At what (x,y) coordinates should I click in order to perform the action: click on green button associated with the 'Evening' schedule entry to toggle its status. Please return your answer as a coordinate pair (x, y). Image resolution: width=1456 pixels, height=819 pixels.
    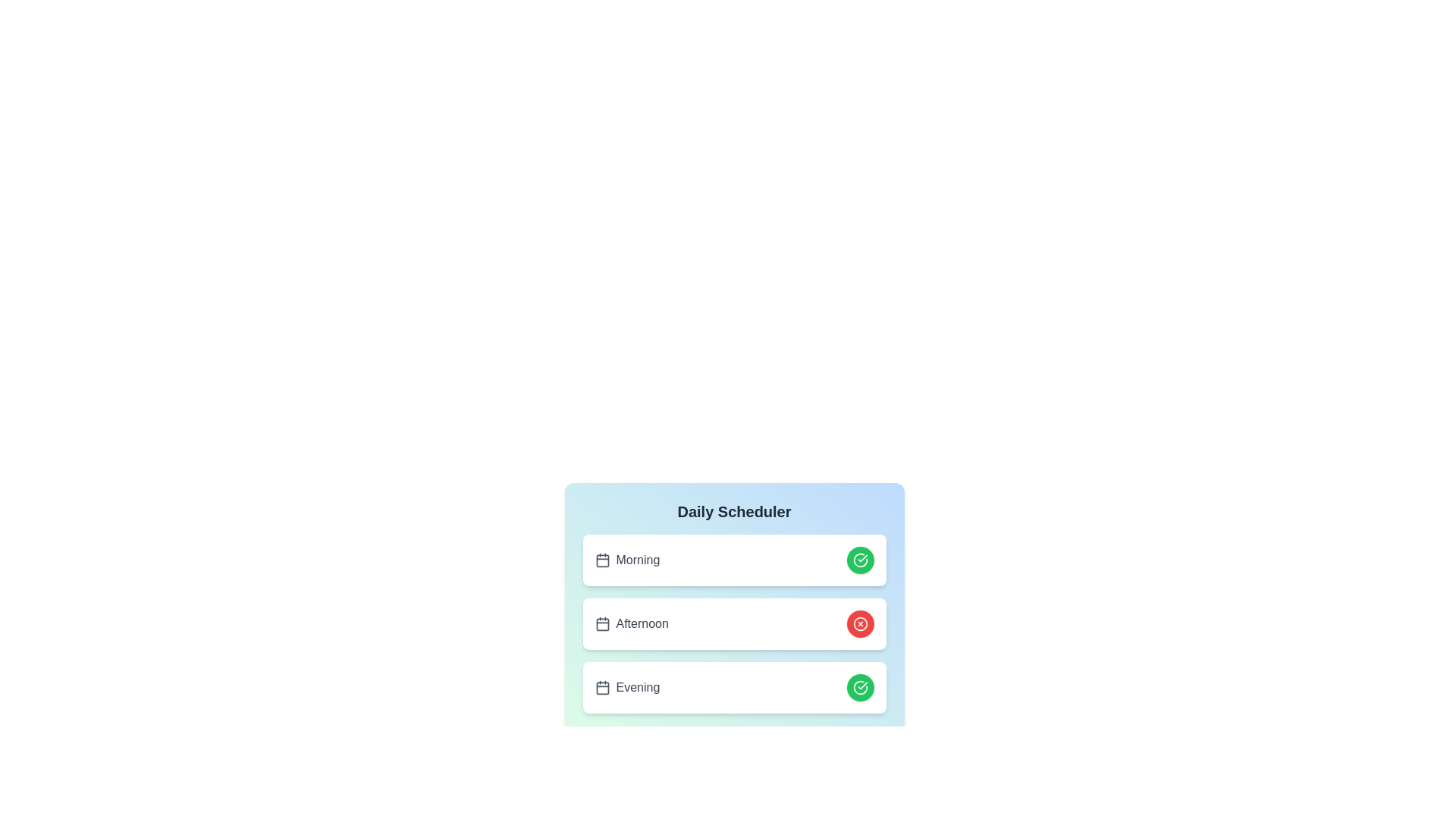
    Looking at the image, I should click on (860, 687).